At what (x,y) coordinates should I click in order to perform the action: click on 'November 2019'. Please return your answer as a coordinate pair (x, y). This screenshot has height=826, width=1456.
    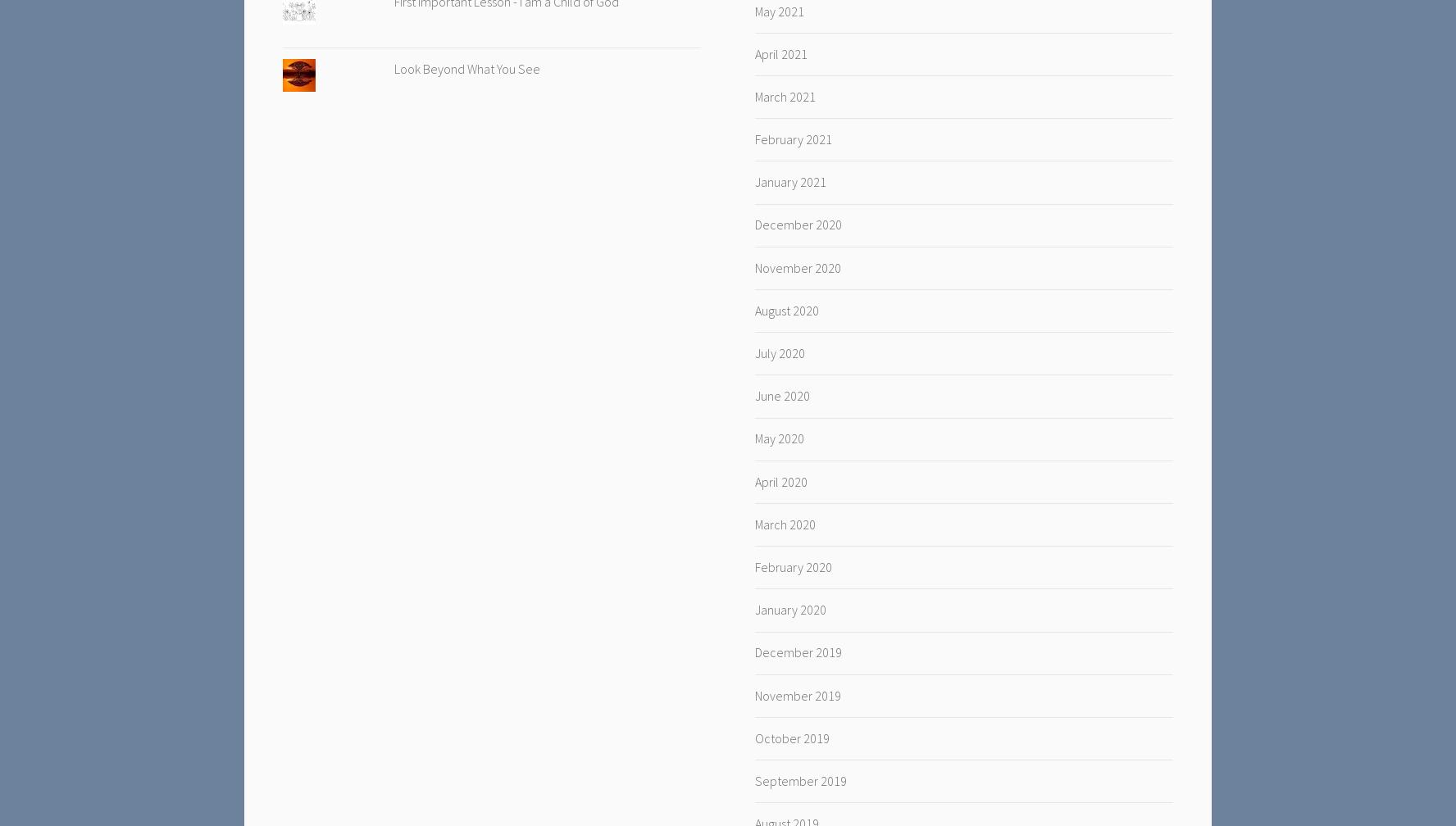
    Looking at the image, I should click on (797, 695).